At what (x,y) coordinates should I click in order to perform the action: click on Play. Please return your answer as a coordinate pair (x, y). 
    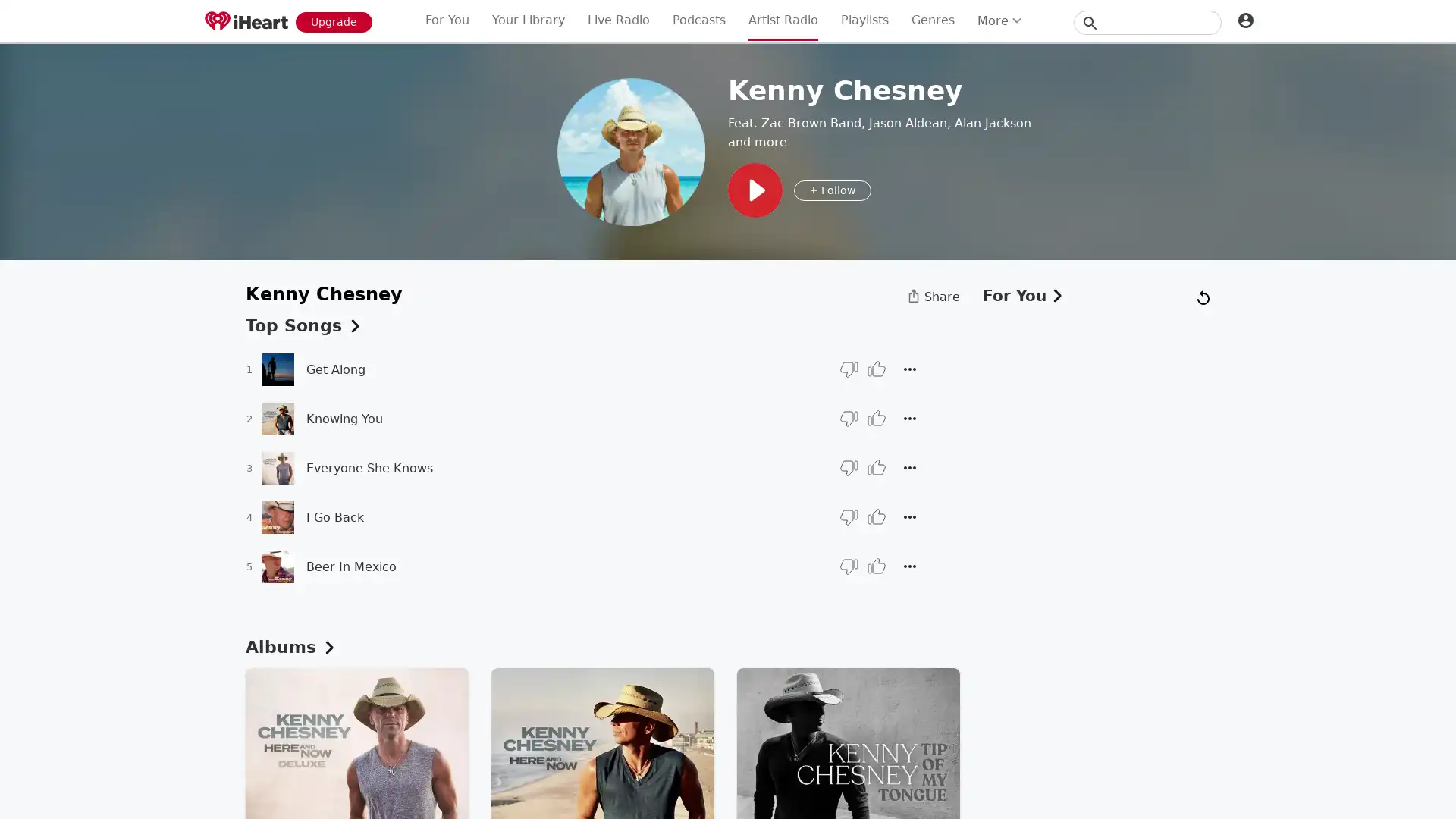
    Looking at the image, I should click on (277, 466).